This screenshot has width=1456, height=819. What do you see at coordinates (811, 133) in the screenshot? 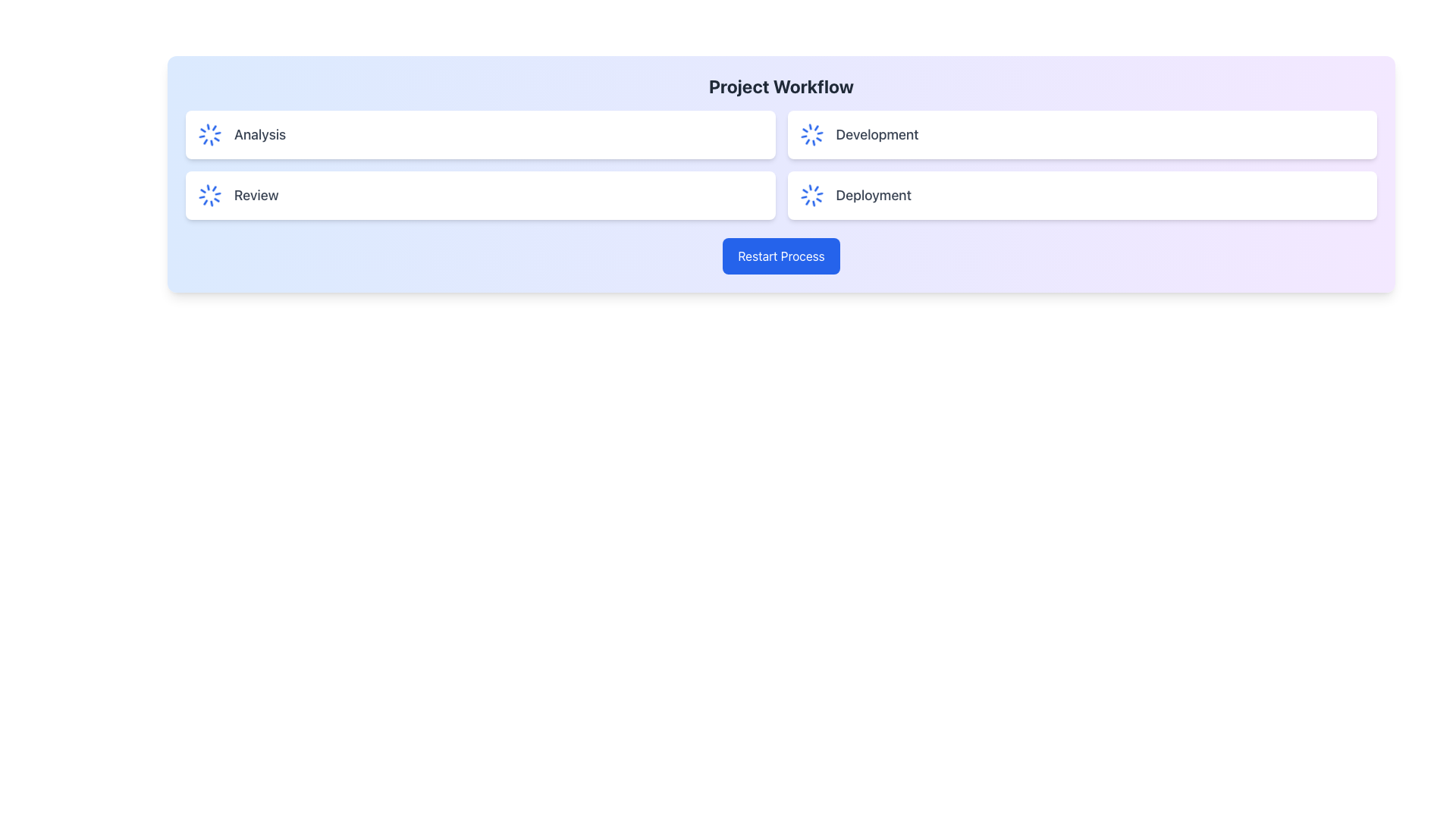
I see `the circular blue animated spinning icon resembling a loading indicator located to the left of the text 'Development' in the 'Project Workflow' section` at bounding box center [811, 133].